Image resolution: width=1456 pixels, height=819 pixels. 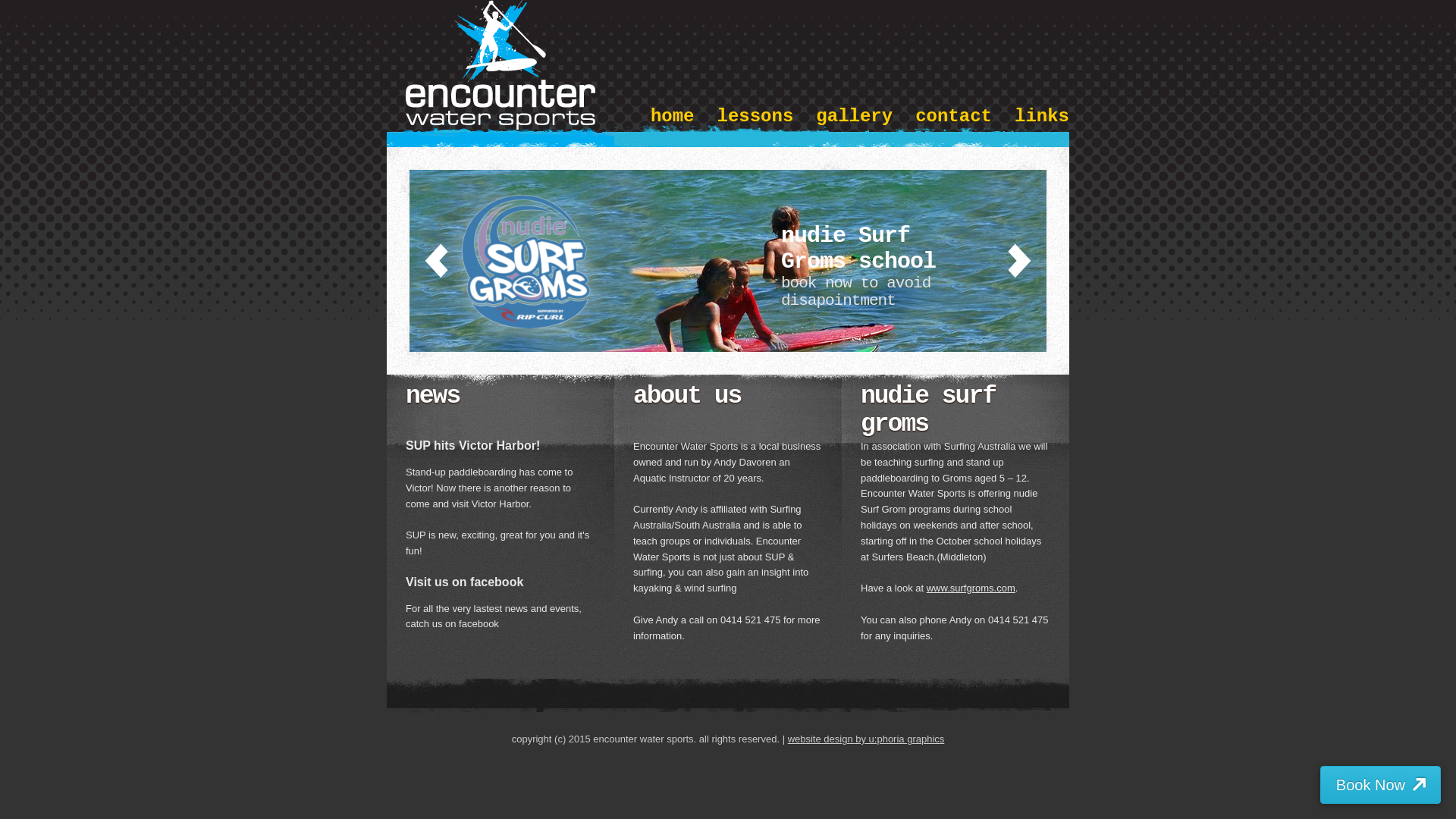 What do you see at coordinates (1040, 115) in the screenshot?
I see `'links'` at bounding box center [1040, 115].